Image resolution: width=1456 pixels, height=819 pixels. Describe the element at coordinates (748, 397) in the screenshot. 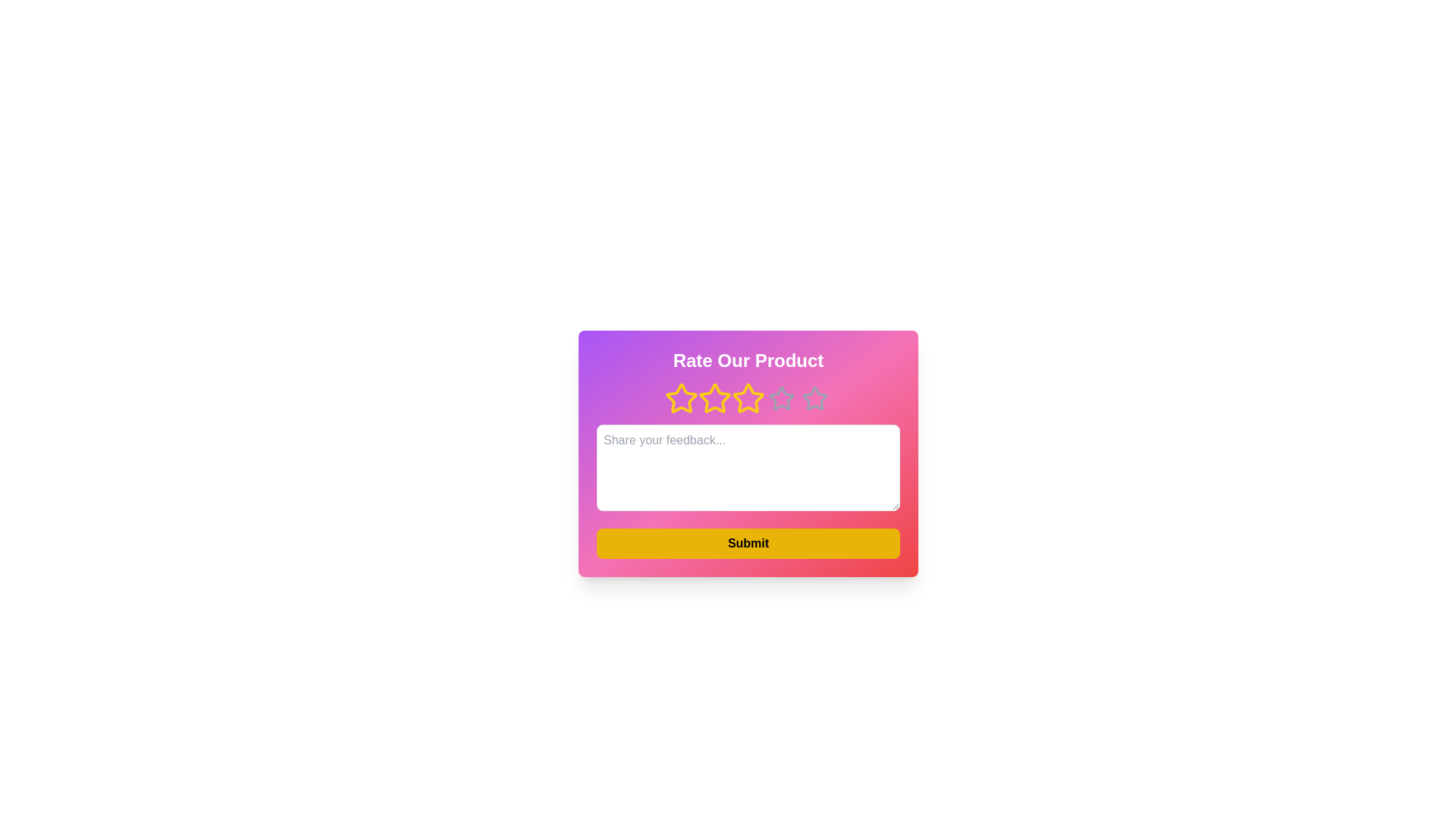

I see `the third rating star icon located in the center of the row of five stars` at that location.